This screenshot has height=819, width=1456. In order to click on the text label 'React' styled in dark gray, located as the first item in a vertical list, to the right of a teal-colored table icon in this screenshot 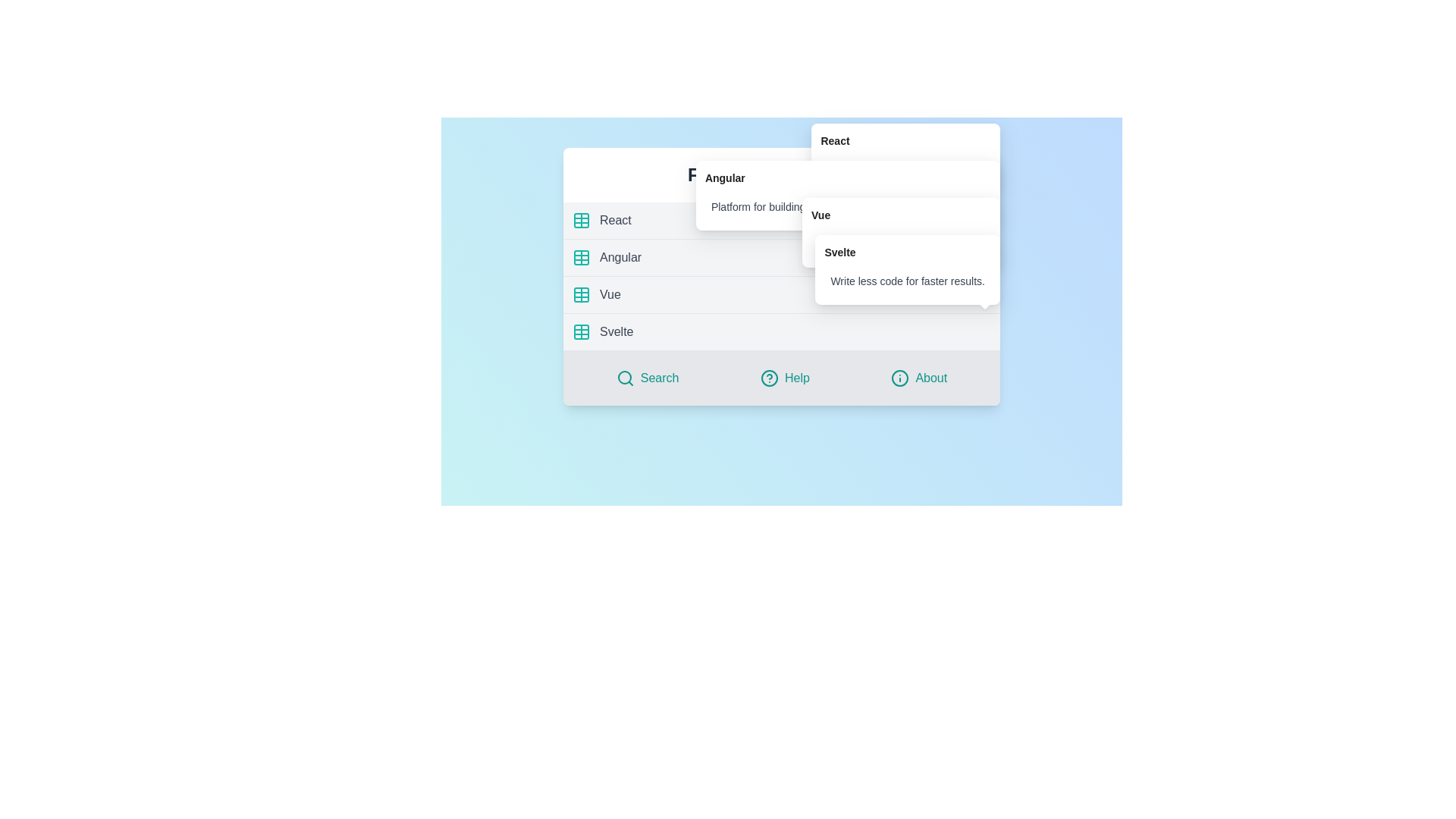, I will do `click(615, 220)`.